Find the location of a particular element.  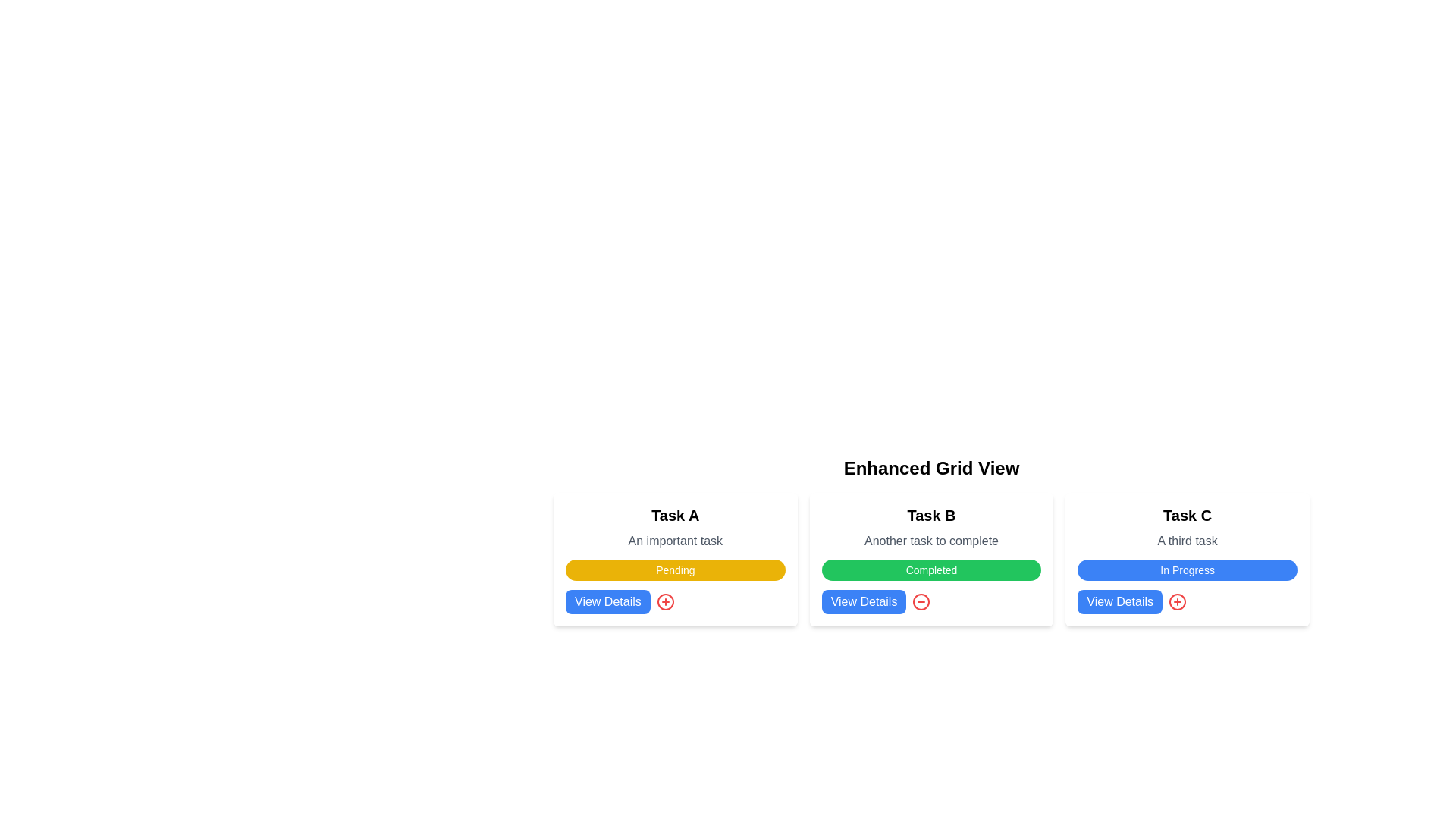

the first 'View Details' button corresponding to 'Task A' is located at coordinates (607, 601).